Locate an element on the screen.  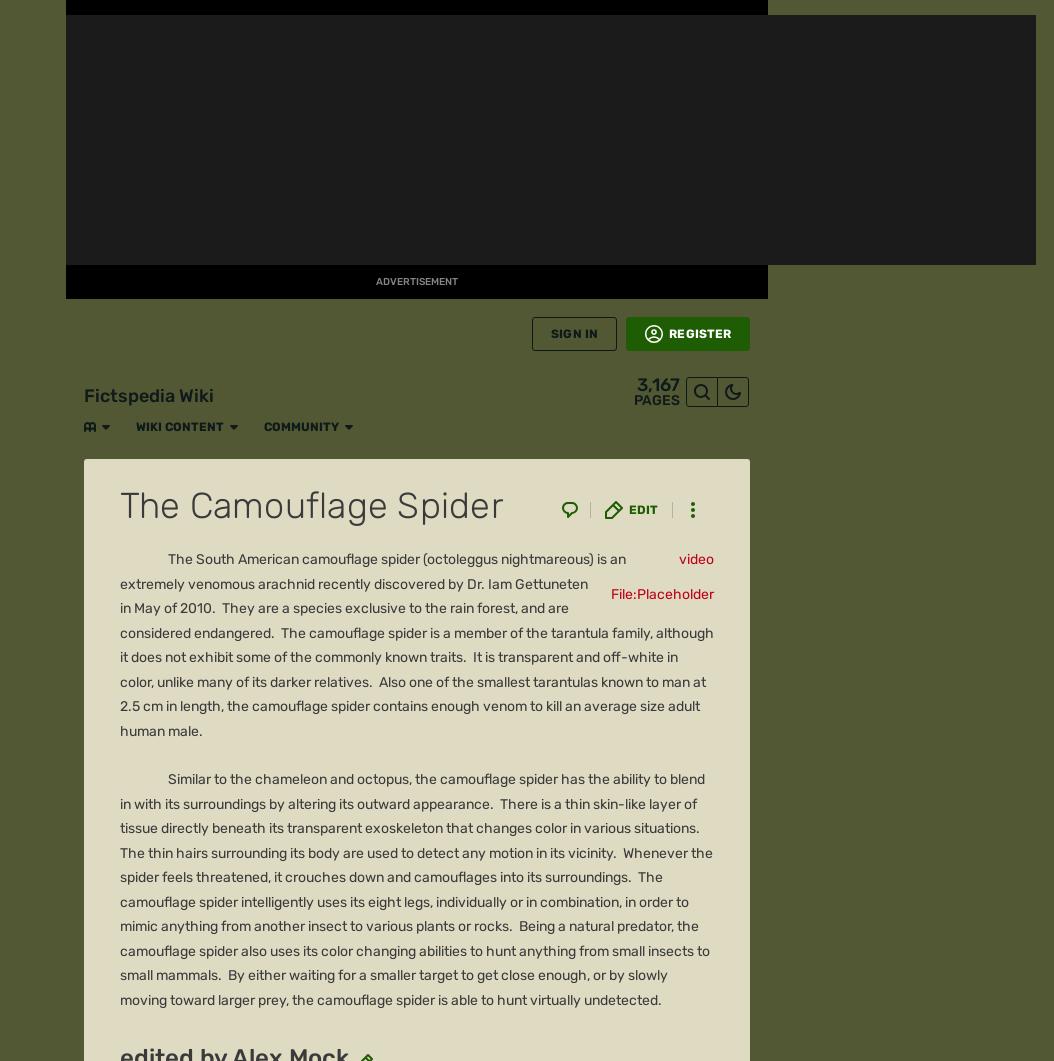
'Ghibli Wiki' is located at coordinates (578, 724).